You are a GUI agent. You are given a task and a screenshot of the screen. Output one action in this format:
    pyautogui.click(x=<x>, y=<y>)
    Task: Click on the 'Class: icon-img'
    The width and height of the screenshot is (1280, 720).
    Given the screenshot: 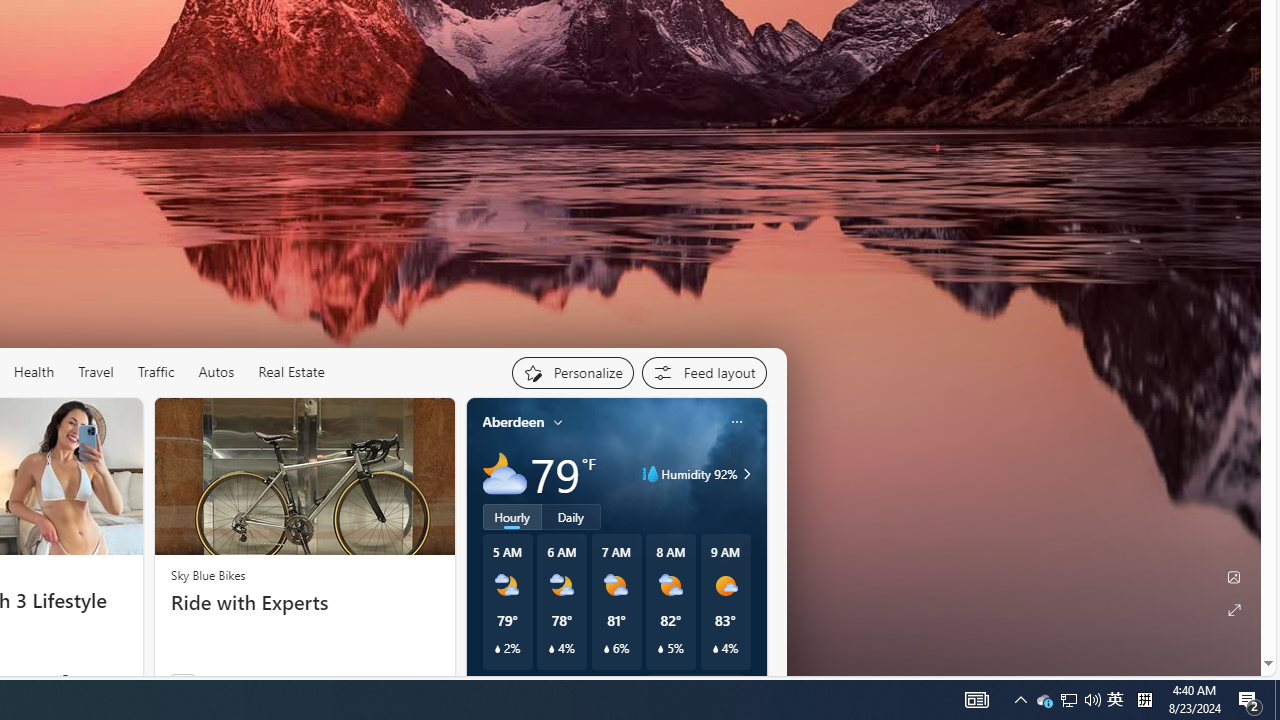 What is the action you would take?
    pyautogui.click(x=735, y=420)
    